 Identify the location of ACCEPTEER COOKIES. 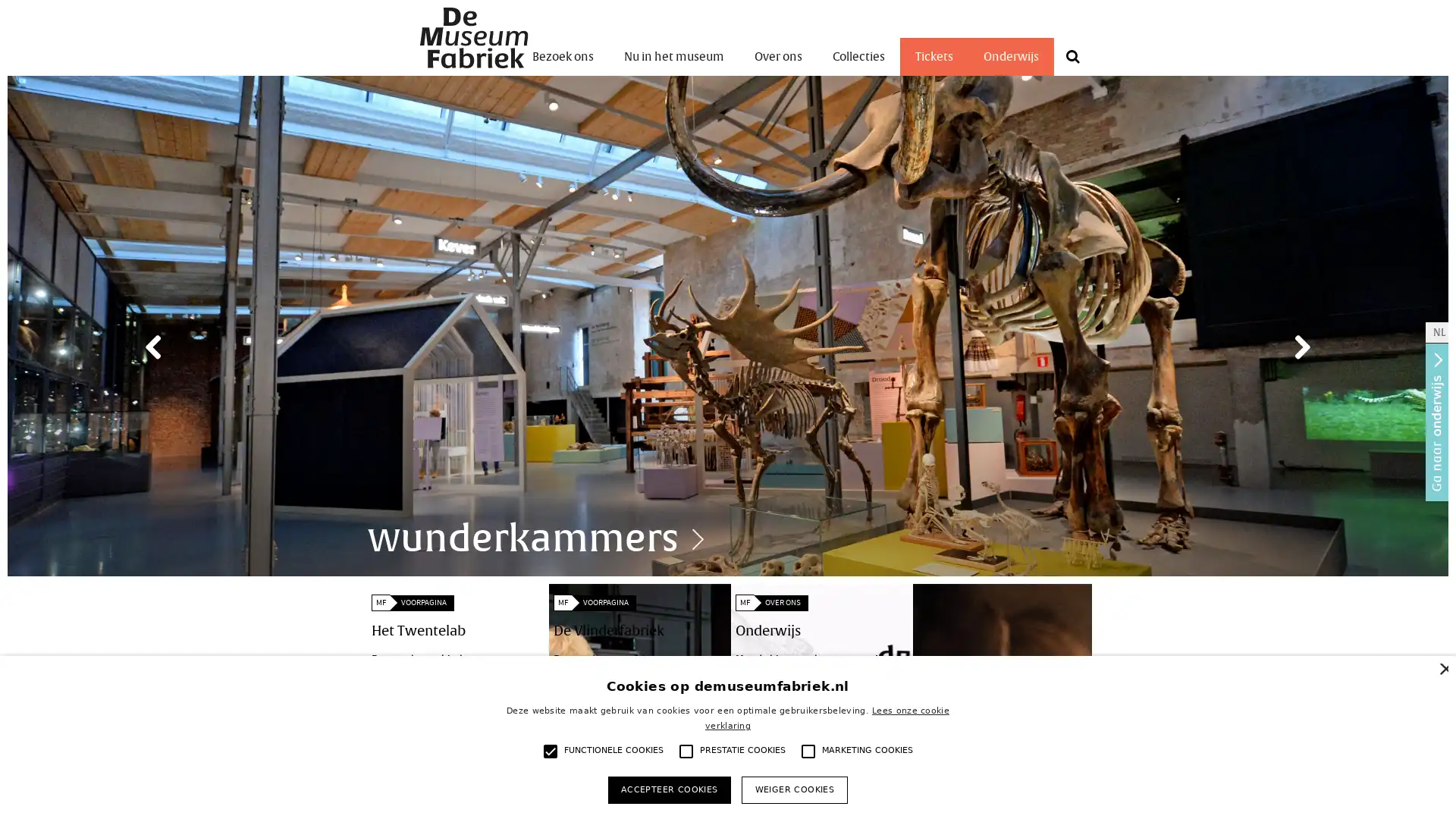
(668, 789).